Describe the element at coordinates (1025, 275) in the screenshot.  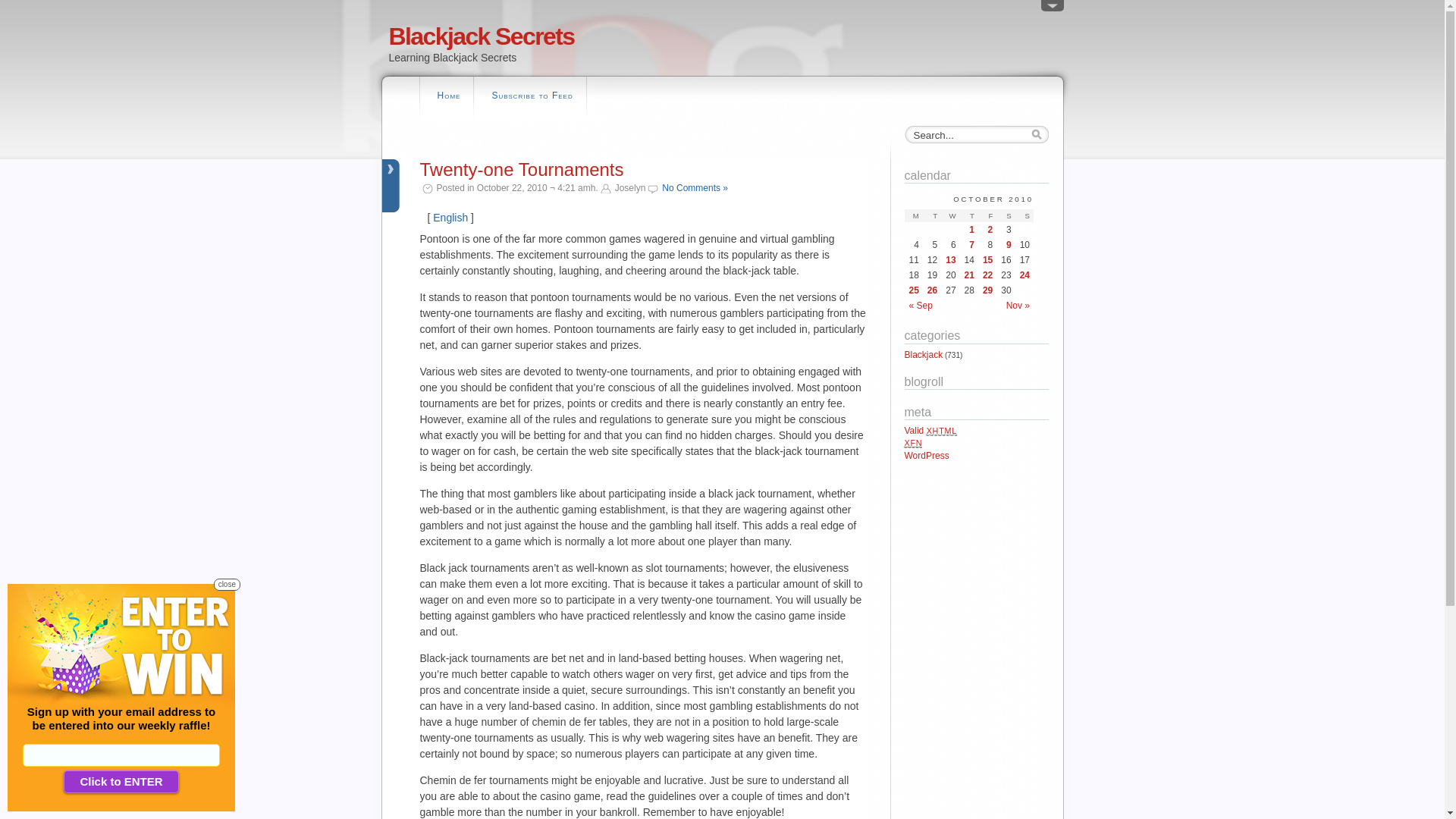
I see `'24'` at that location.